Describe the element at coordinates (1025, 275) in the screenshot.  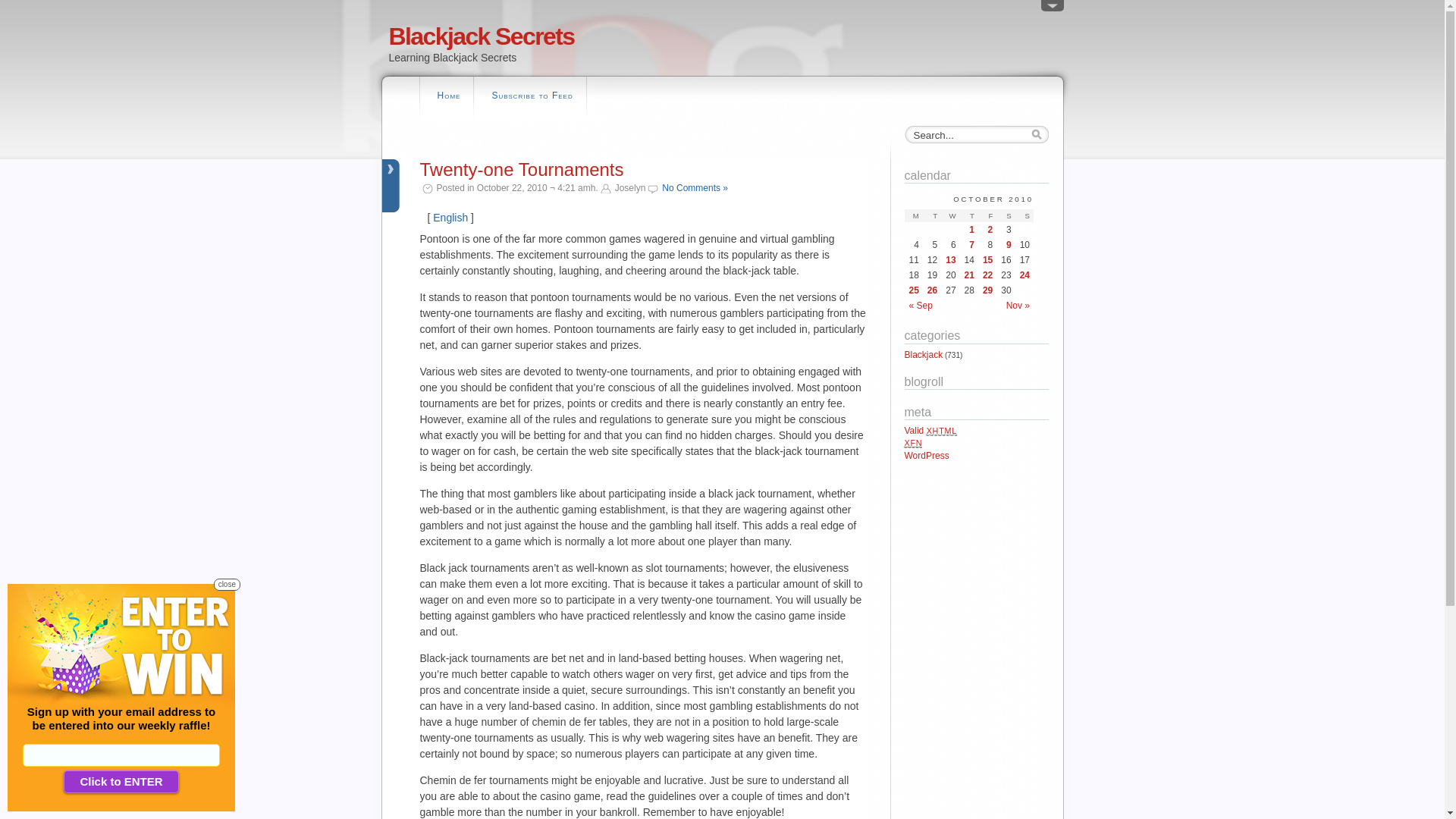
I see `'24'` at that location.